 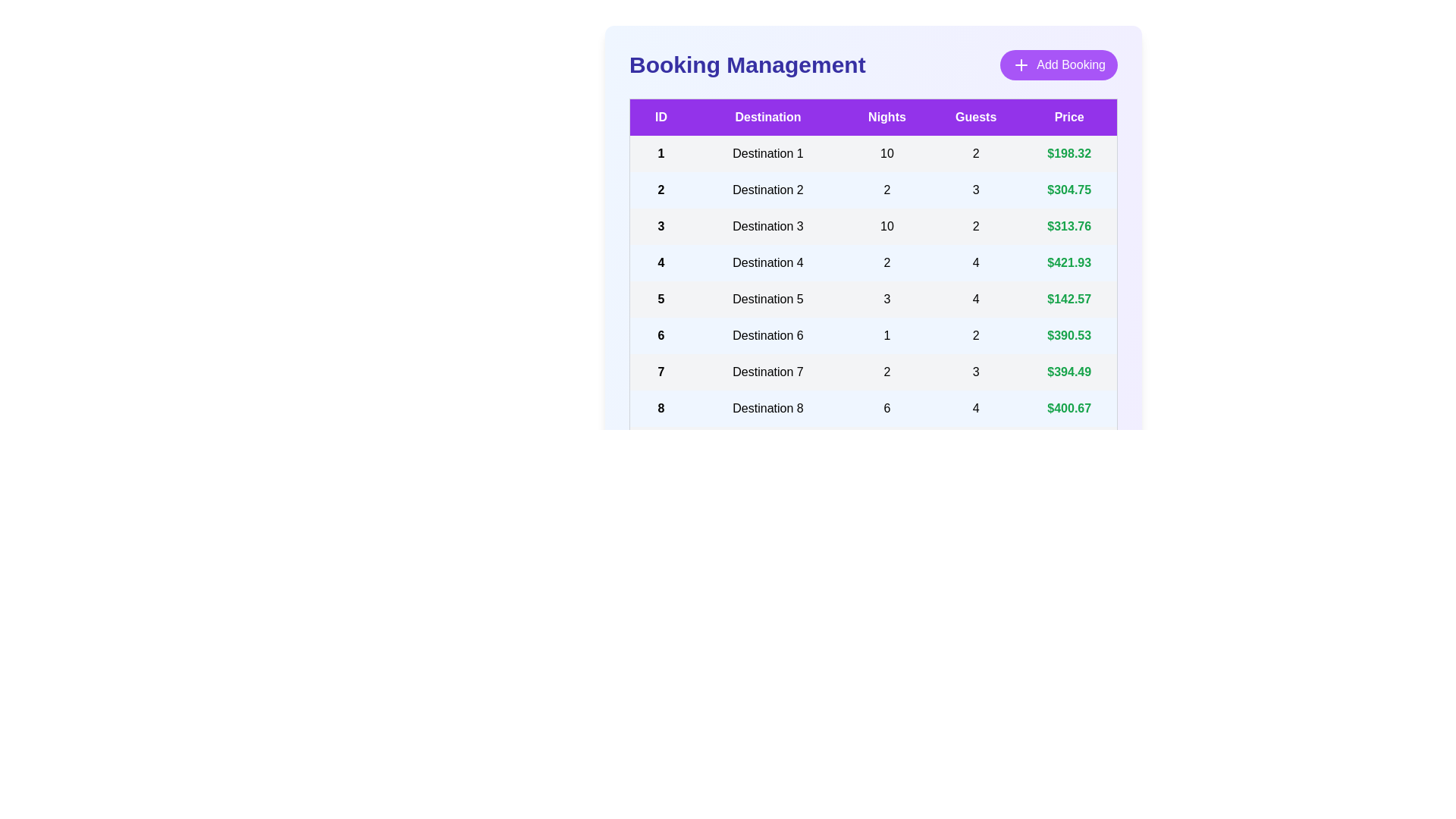 What do you see at coordinates (887, 116) in the screenshot?
I see `the column header Nights to sort the table by that column` at bounding box center [887, 116].